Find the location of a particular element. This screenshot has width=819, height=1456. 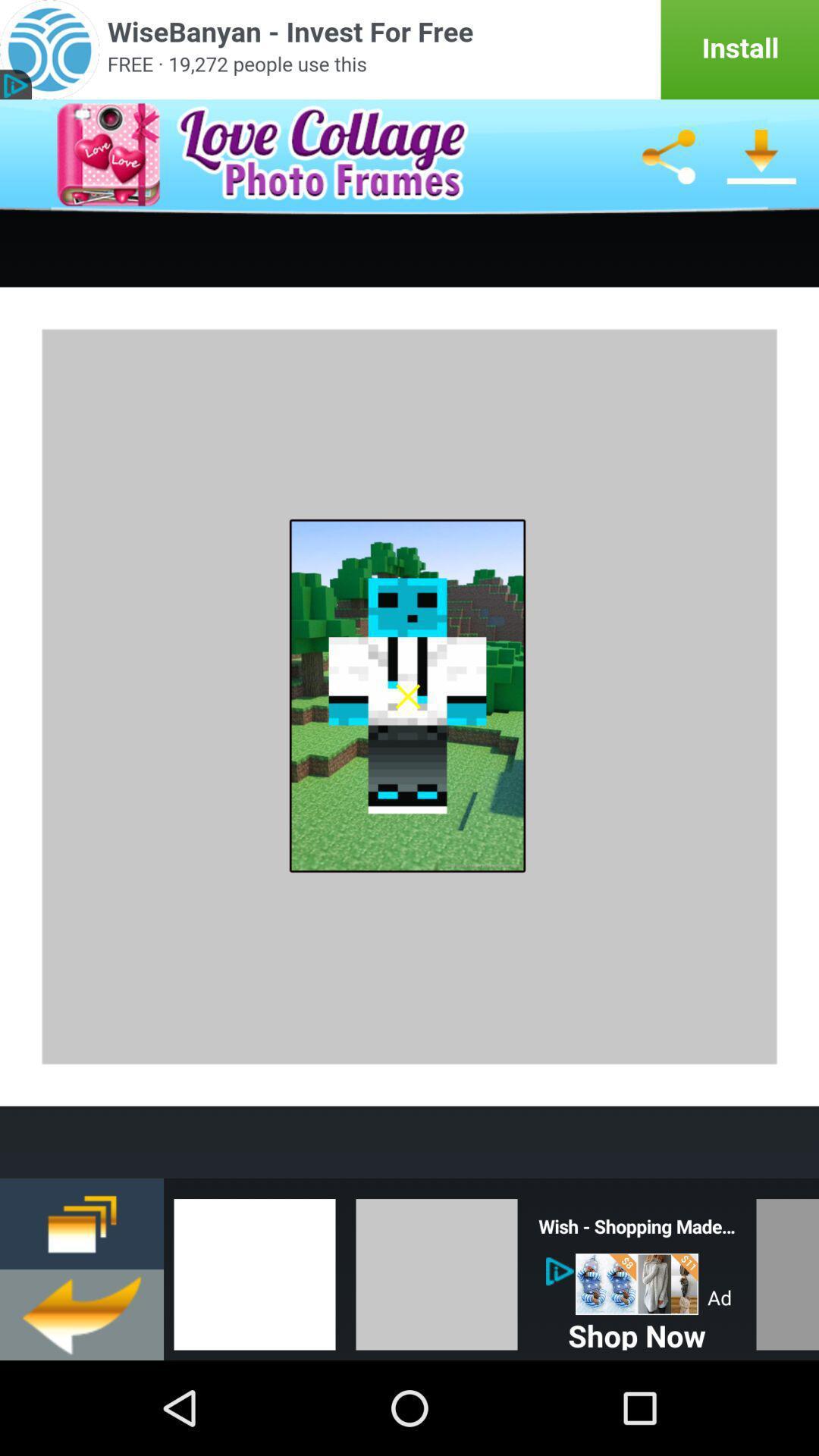

download is located at coordinates (762, 156).